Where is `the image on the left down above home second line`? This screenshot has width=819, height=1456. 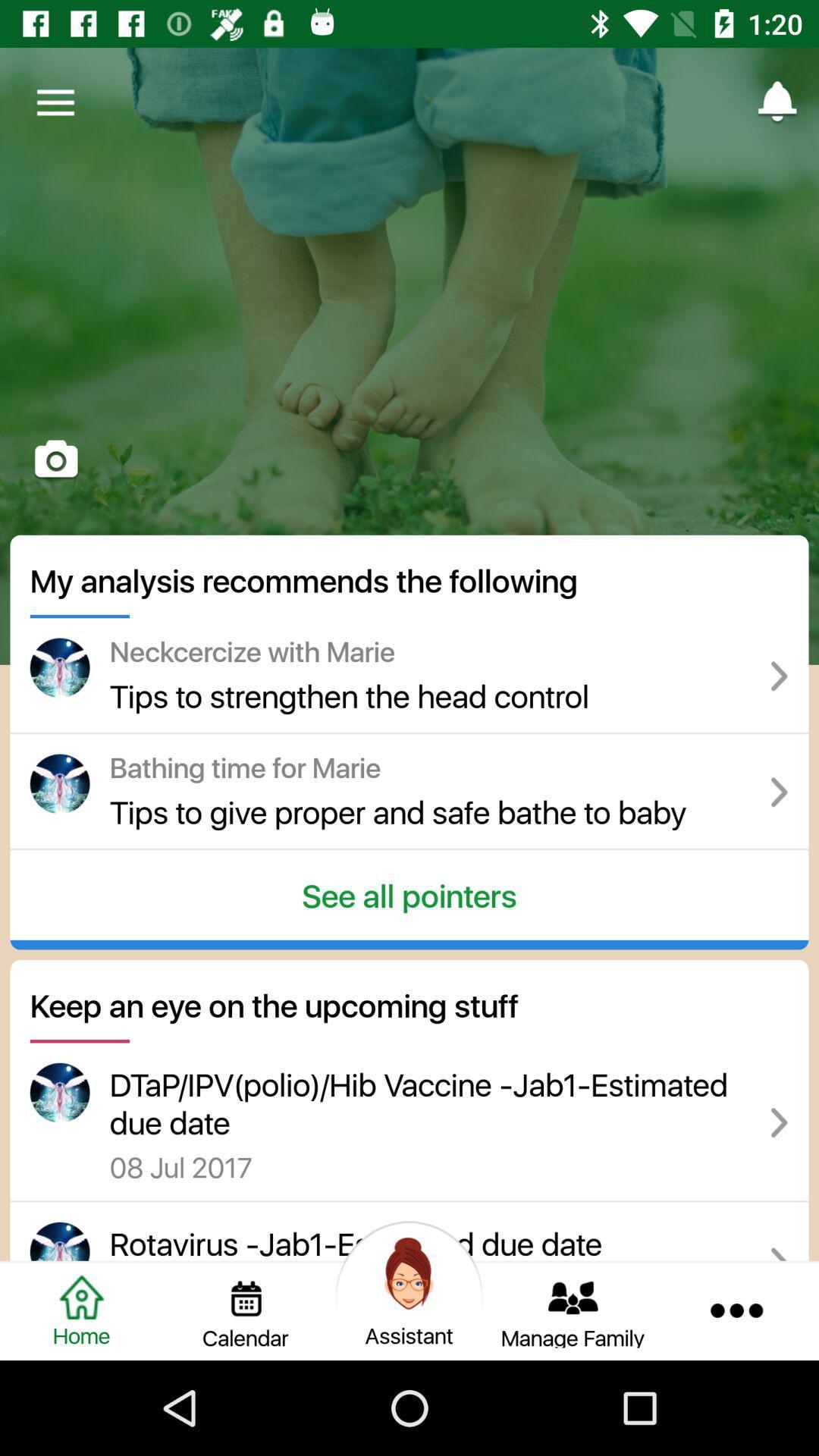 the image on the left down above home second line is located at coordinates (59, 1093).